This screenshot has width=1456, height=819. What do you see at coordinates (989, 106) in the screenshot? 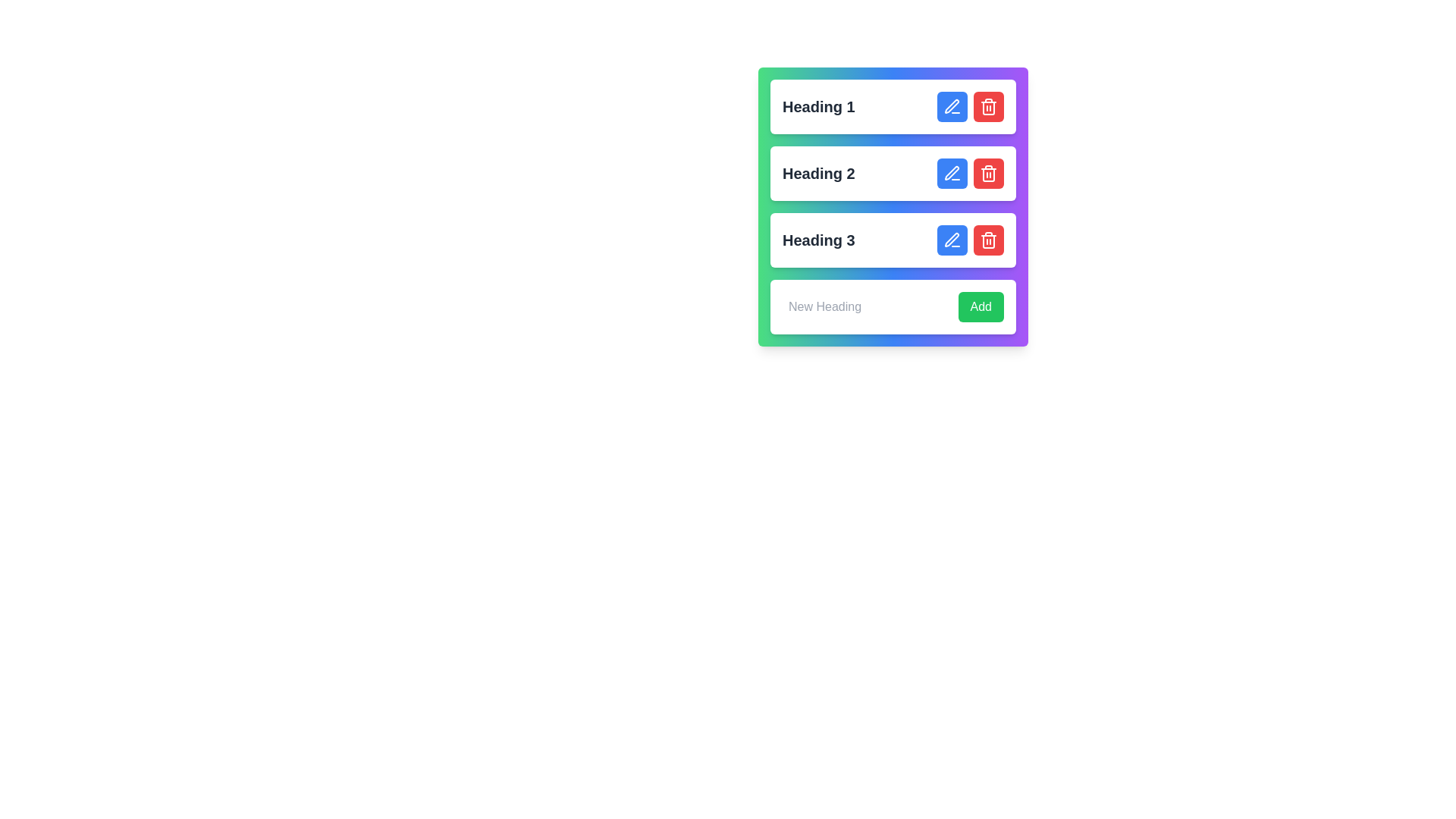
I see `the second button in the row adjacent to the 'Heading 1' label` at bounding box center [989, 106].